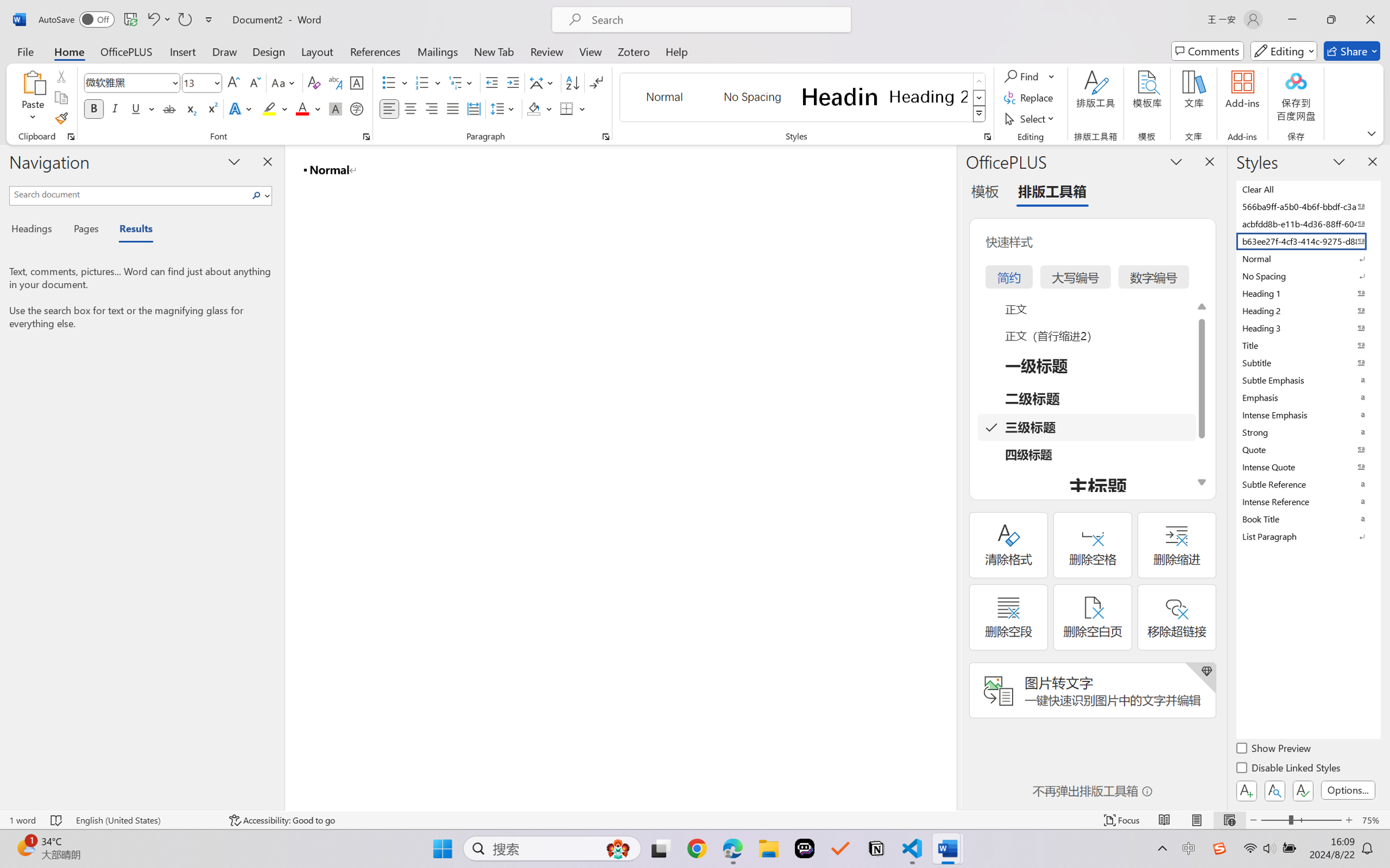 The width and height of the screenshot is (1390, 868). Describe the element at coordinates (1307, 206) in the screenshot. I see `'566ba9ff-a5b0-4b6f-bbdf-c3ab41993fc2'` at that location.